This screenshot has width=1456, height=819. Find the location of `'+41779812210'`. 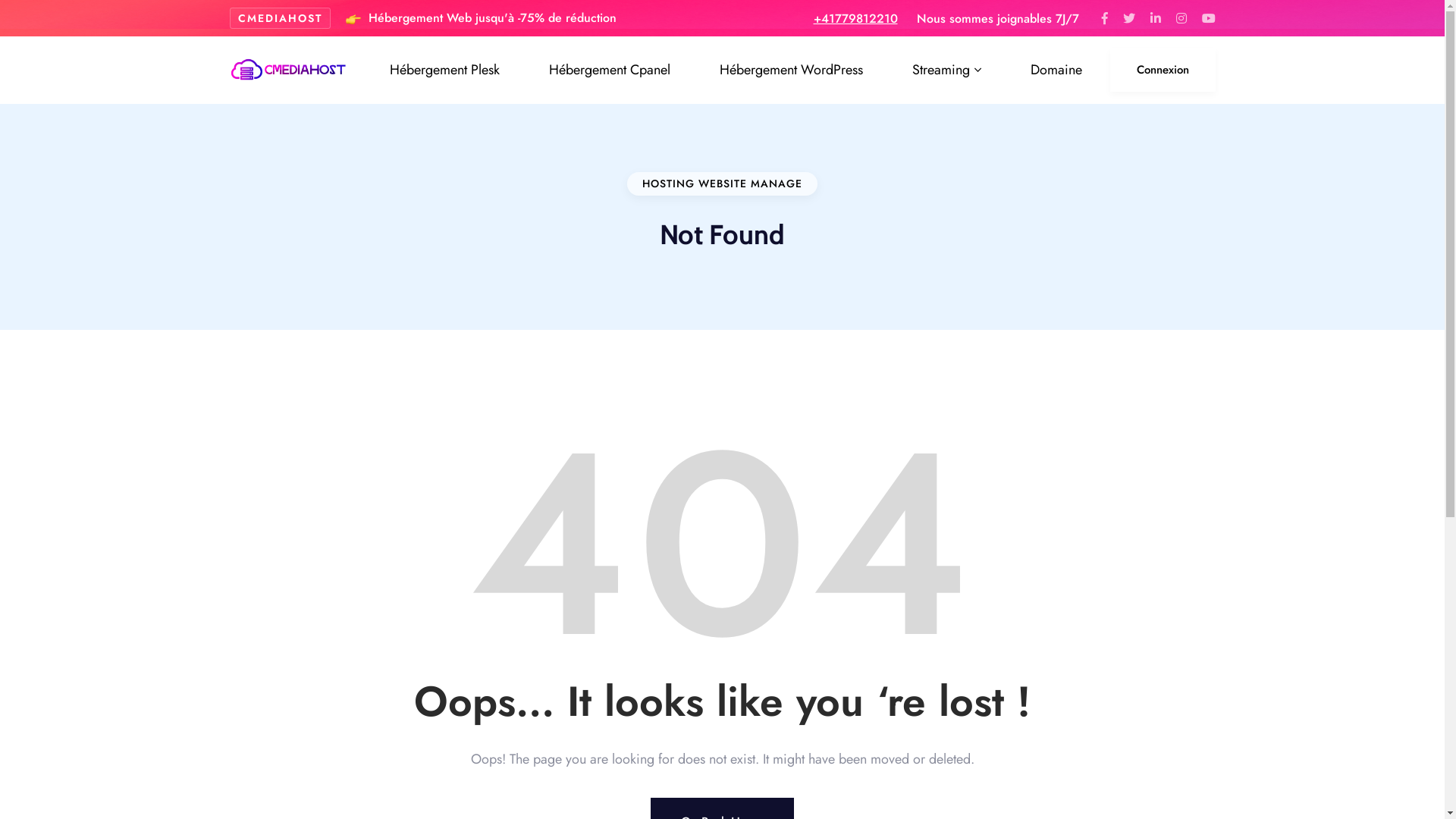

'+41779812210' is located at coordinates (855, 17).